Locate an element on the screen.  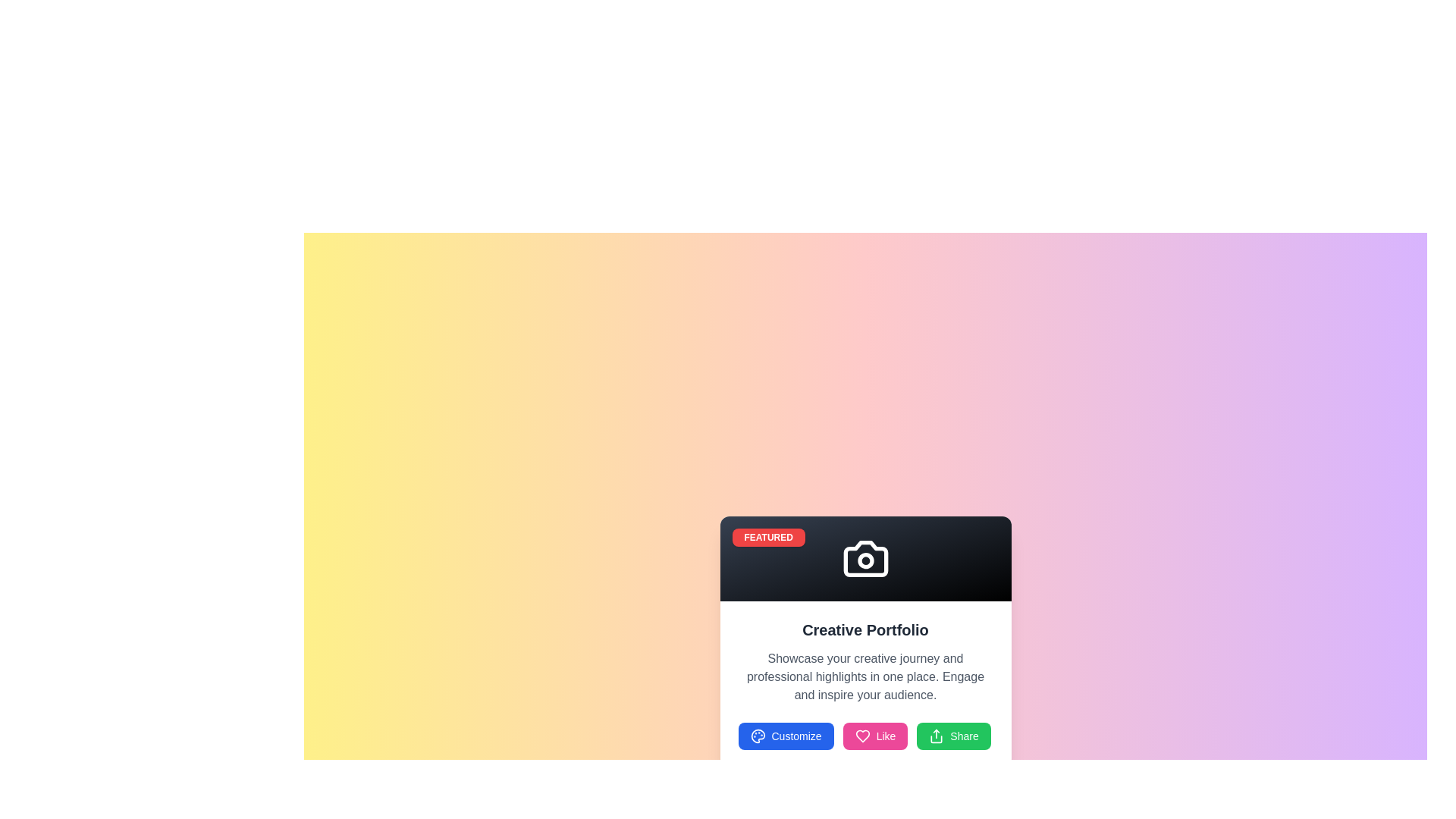
the 'Like' icon located below the 'Creative Portfolio' section is located at coordinates (862, 736).